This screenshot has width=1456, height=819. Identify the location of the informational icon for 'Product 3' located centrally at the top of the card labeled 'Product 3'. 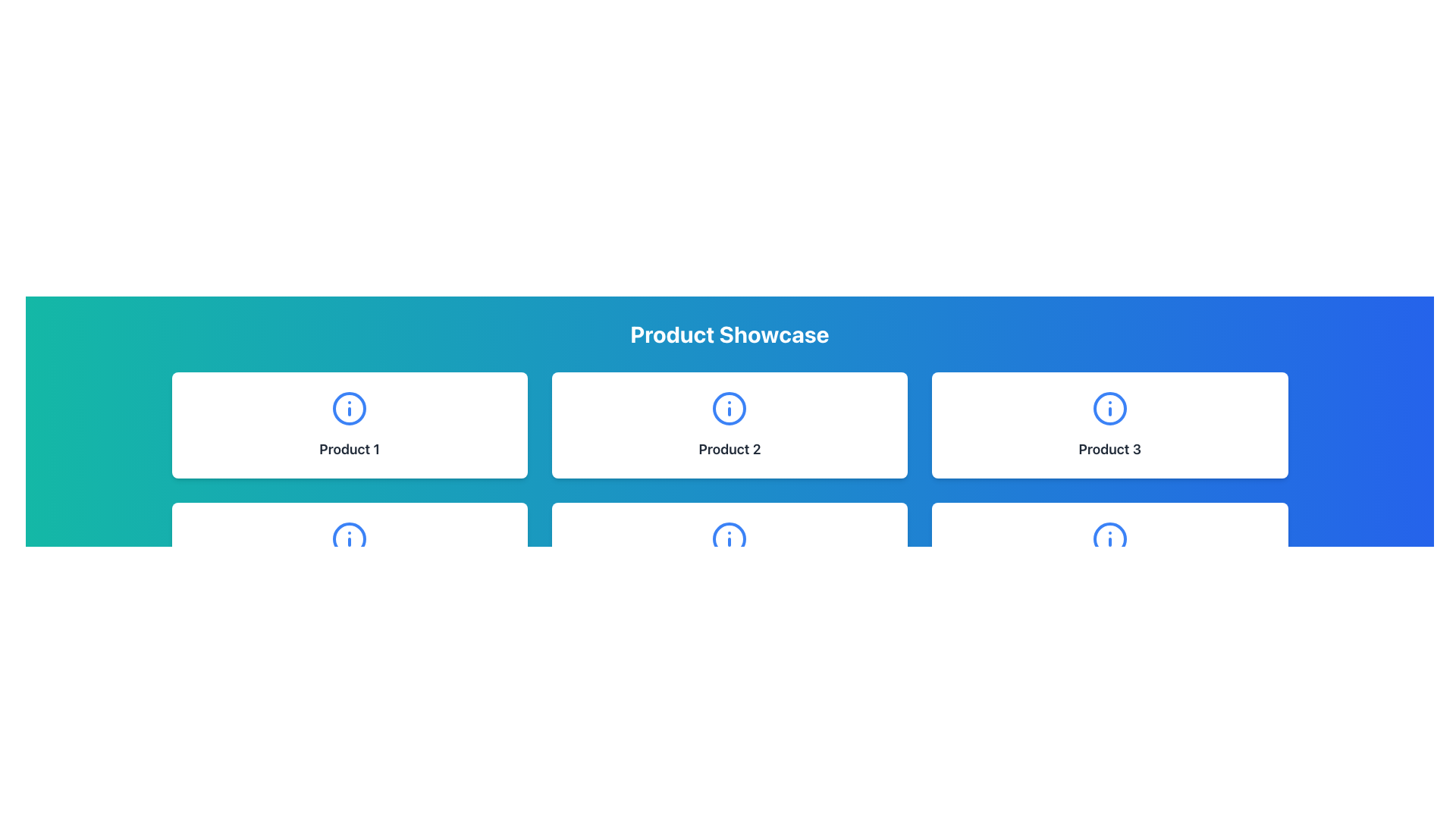
(1109, 408).